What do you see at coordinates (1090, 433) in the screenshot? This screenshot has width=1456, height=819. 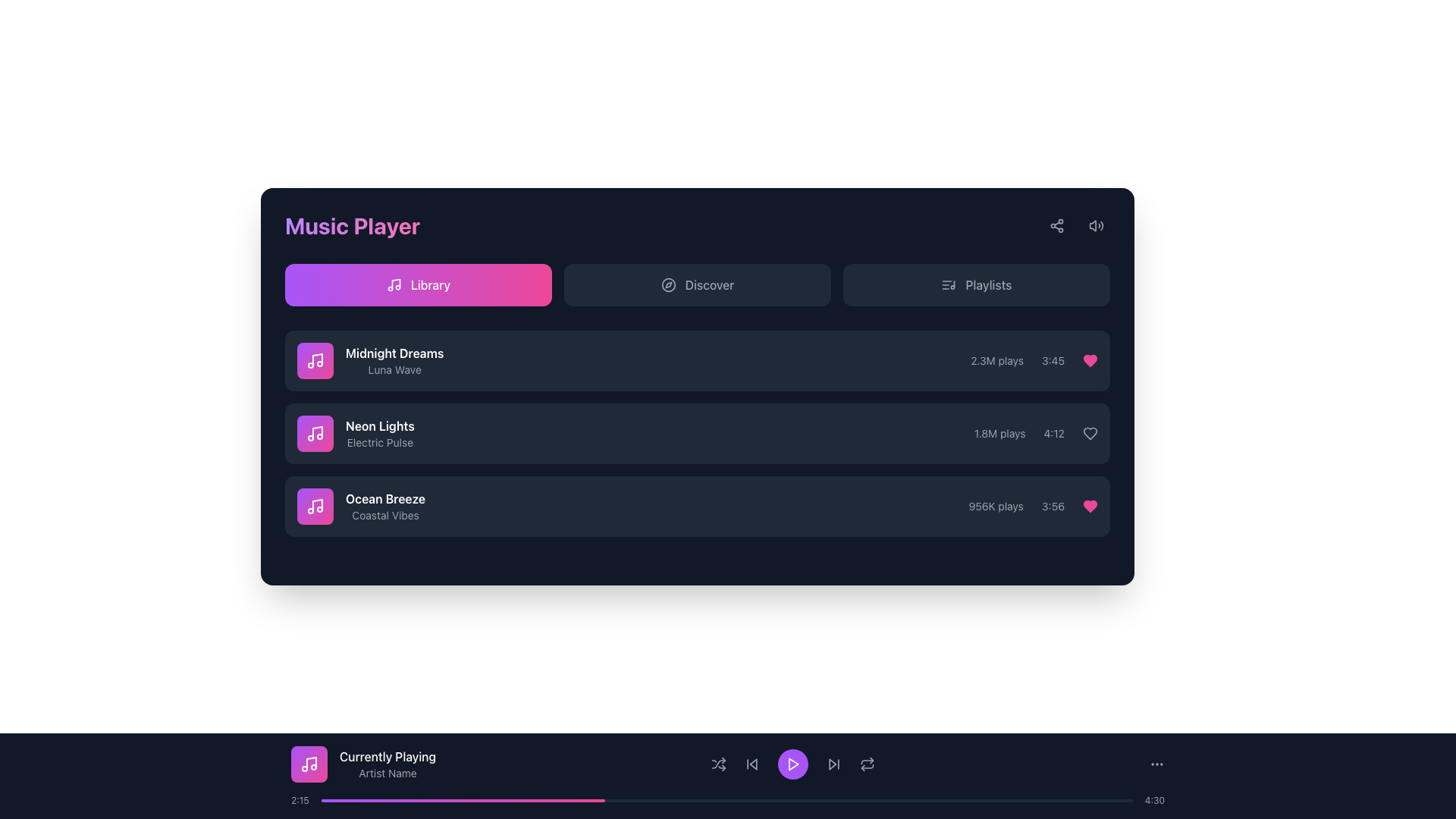 I see `the like or favorite button for the second track item in the playlist` at bounding box center [1090, 433].